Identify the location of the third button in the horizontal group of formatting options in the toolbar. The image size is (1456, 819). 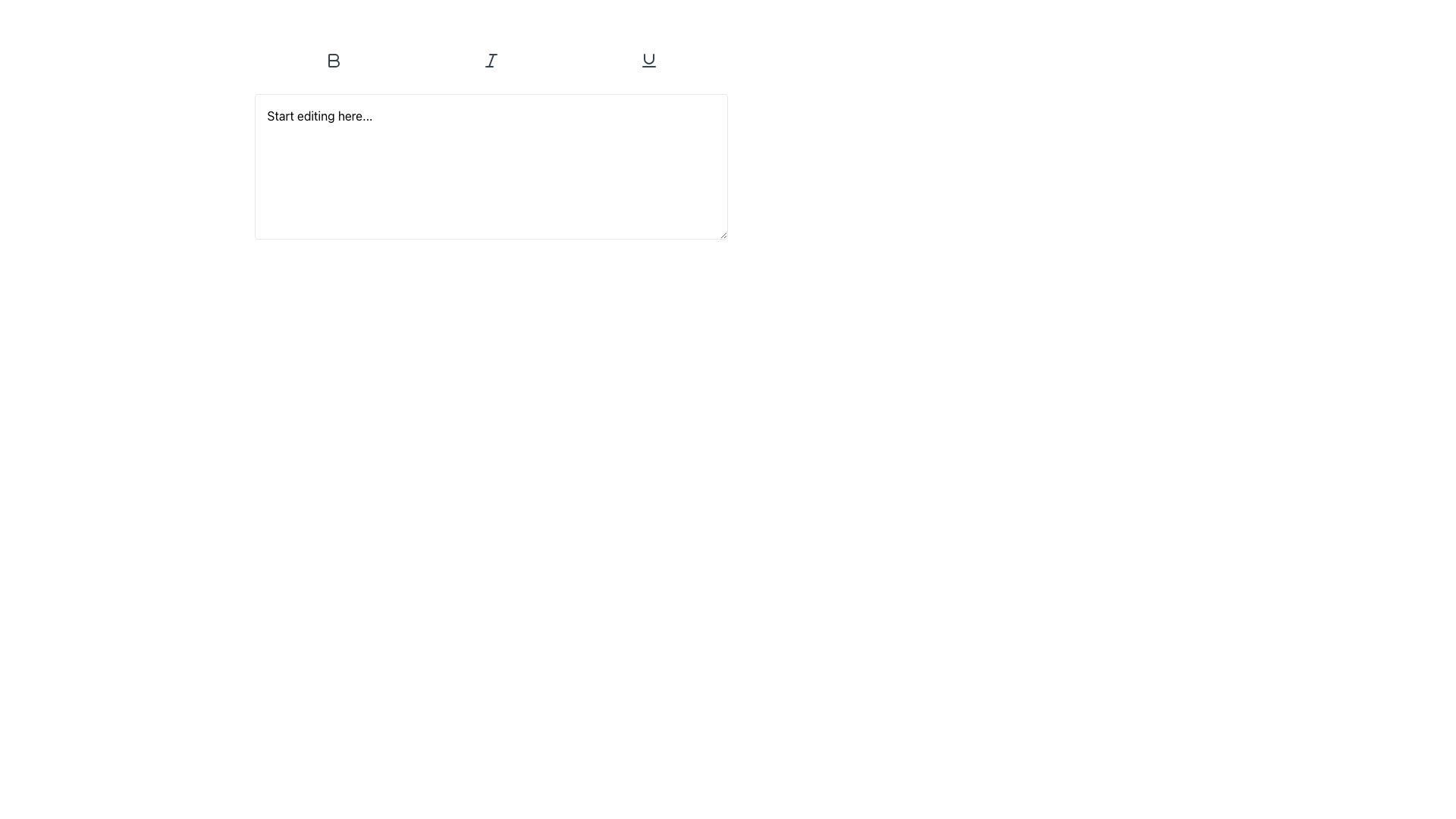
(648, 60).